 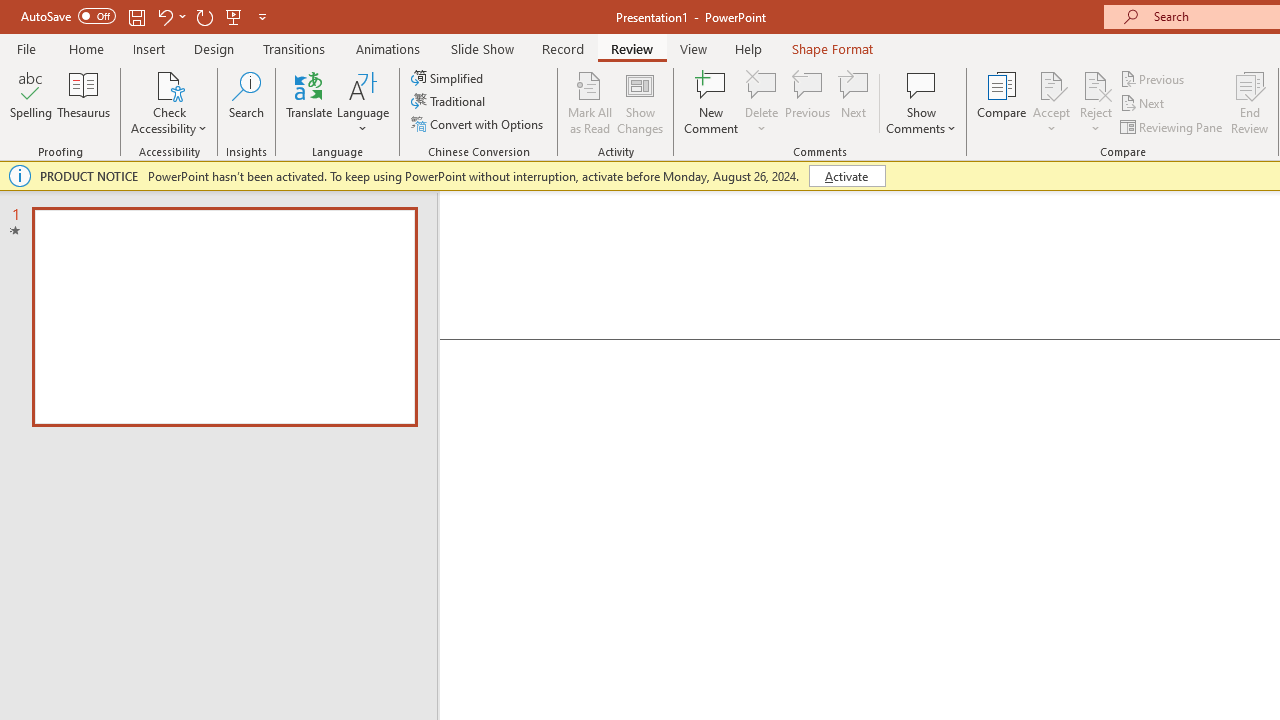 What do you see at coordinates (1002, 103) in the screenshot?
I see `'Compare'` at bounding box center [1002, 103].